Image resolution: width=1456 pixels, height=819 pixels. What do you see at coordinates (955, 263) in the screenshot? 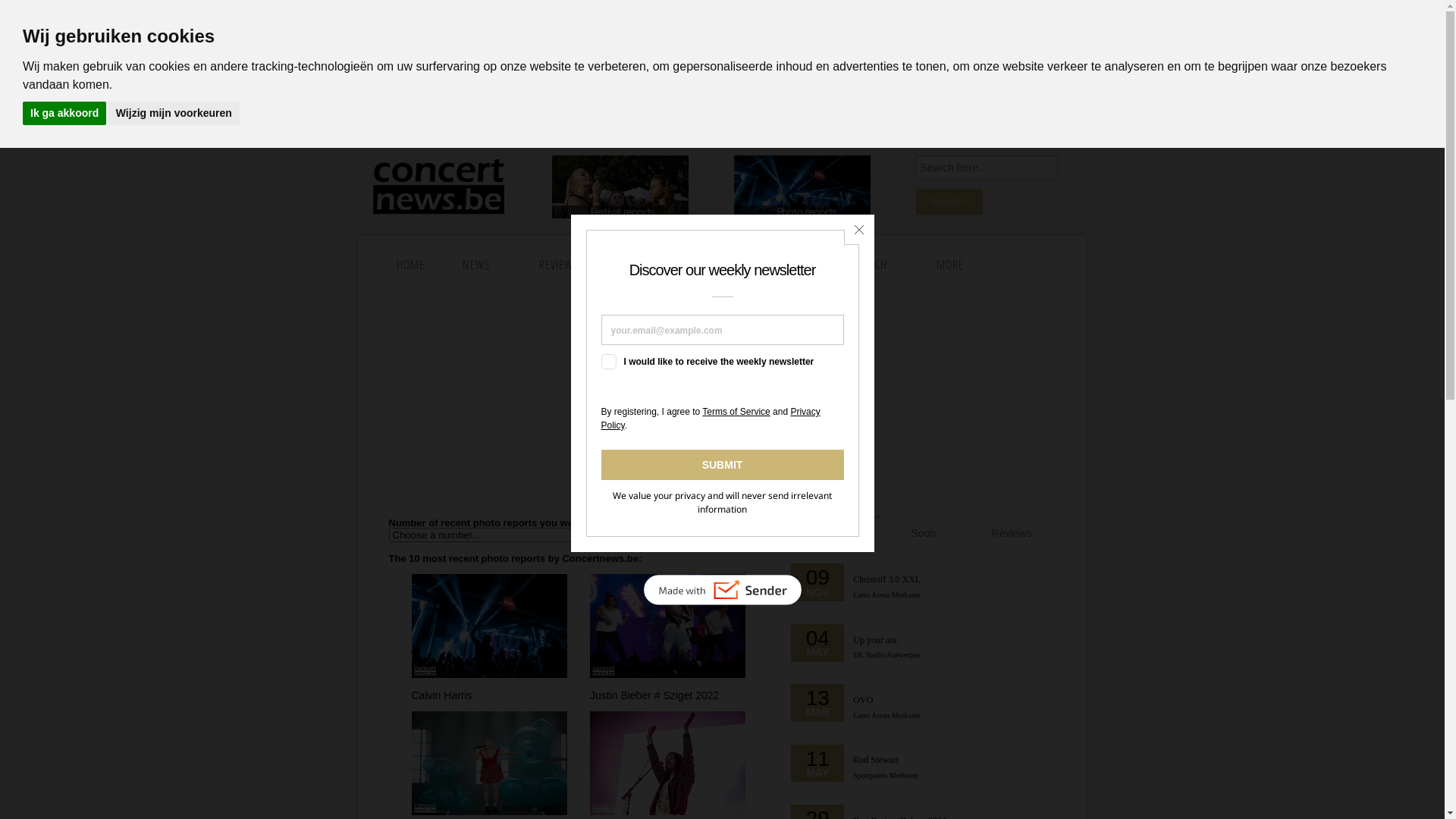
I see `'MORE'` at bounding box center [955, 263].